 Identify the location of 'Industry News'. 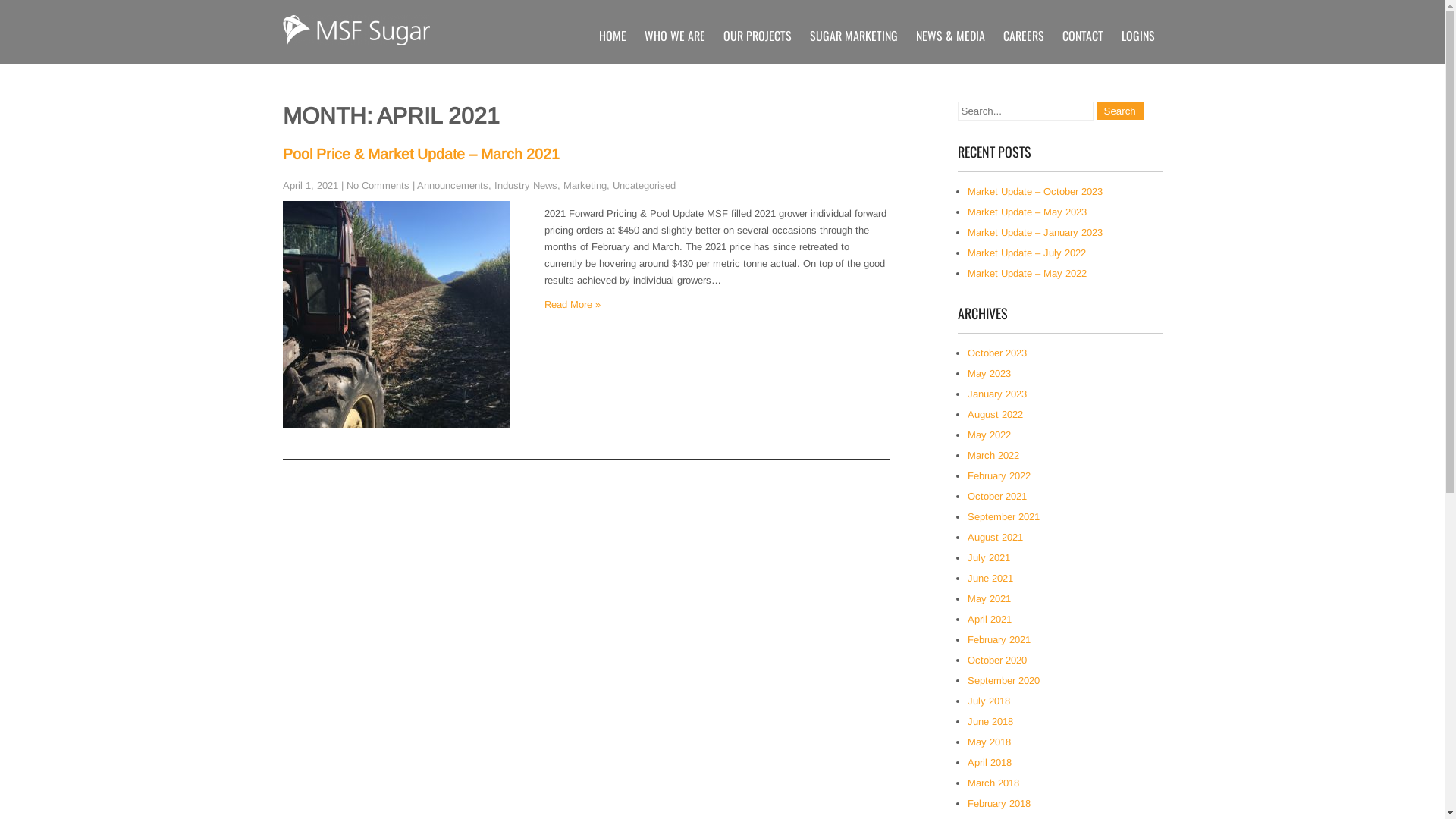
(526, 184).